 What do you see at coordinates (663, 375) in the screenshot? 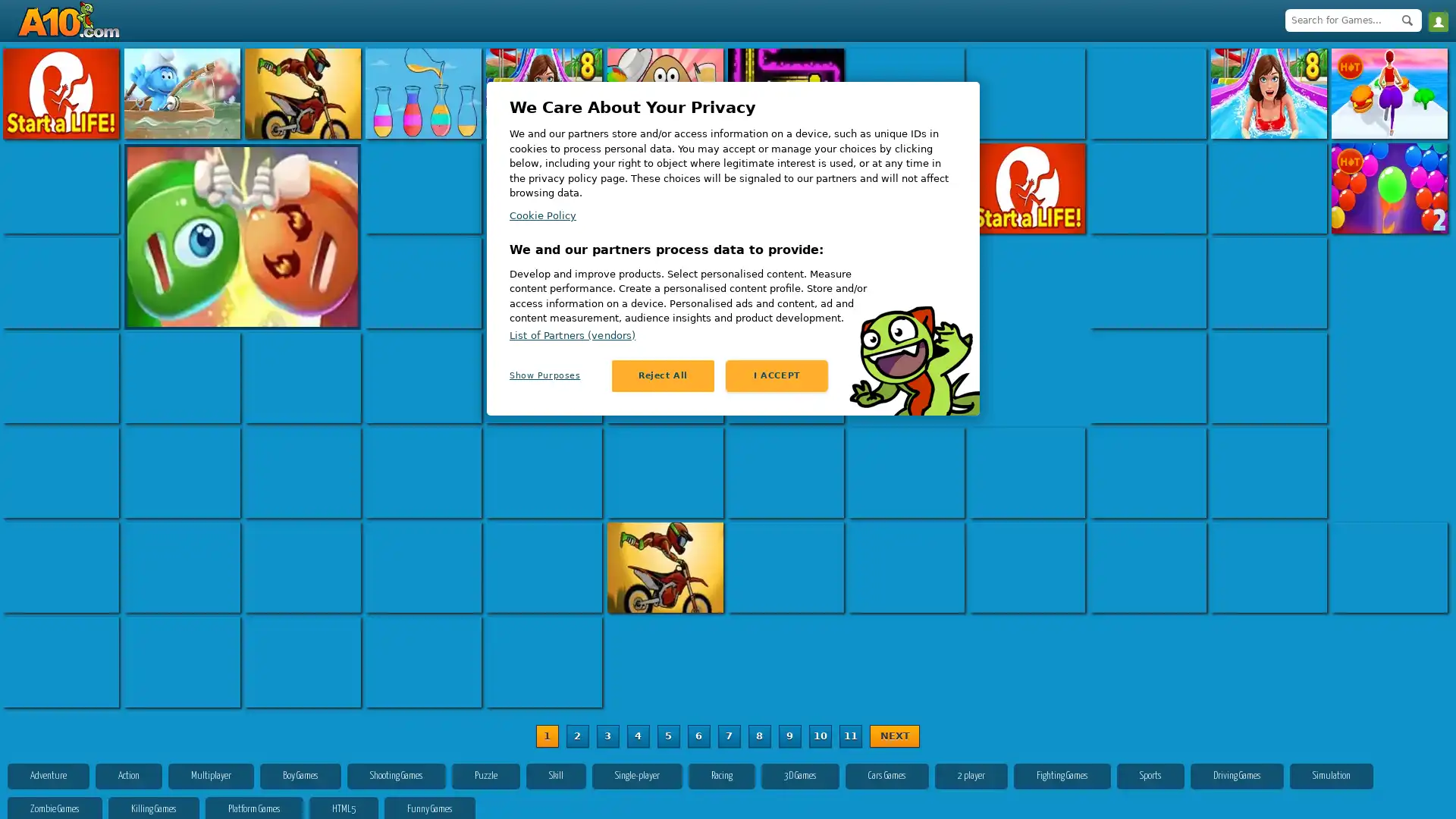
I see `Reject All` at bounding box center [663, 375].